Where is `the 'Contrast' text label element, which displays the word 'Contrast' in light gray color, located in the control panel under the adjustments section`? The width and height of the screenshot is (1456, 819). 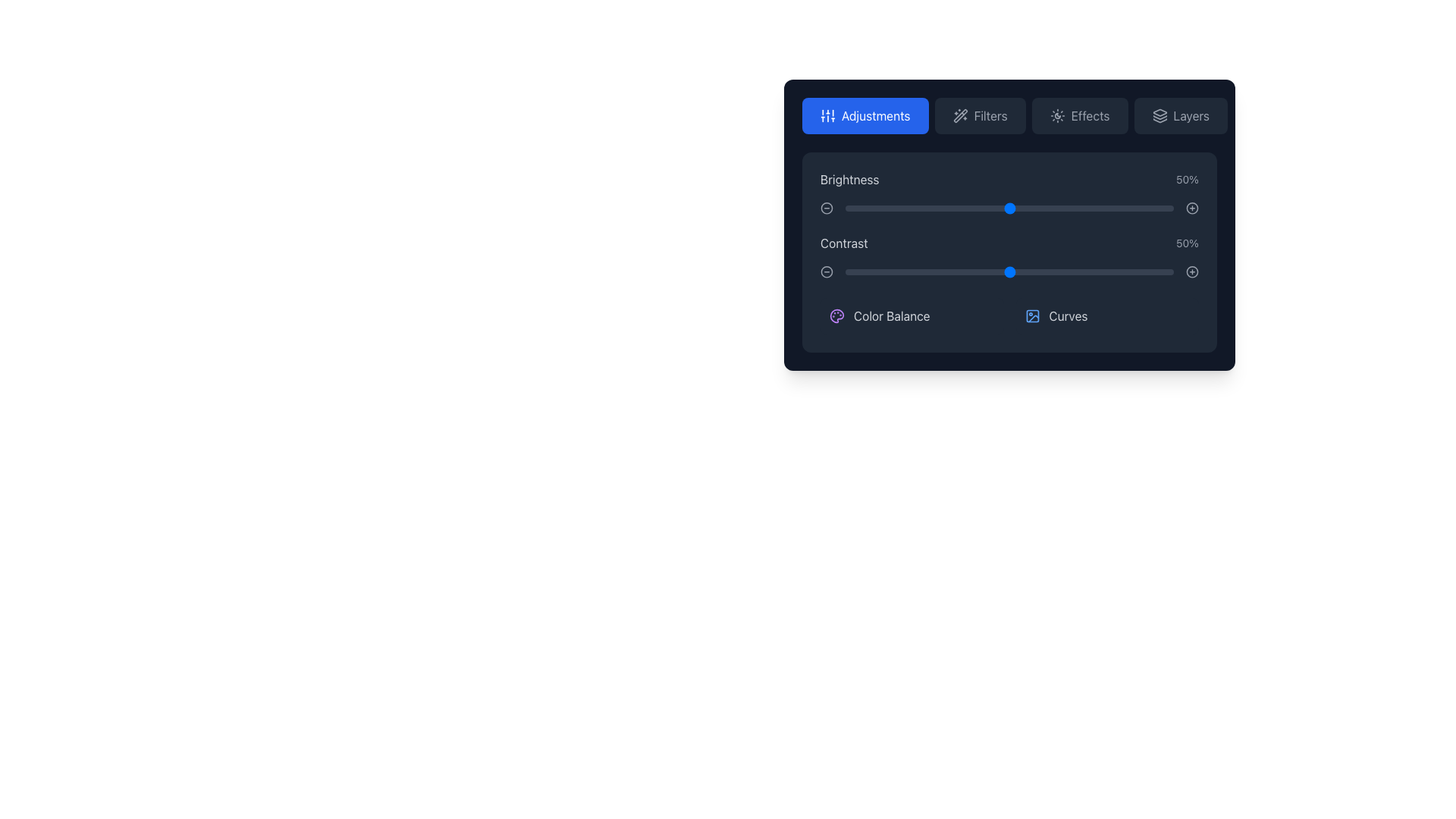
the 'Contrast' text label element, which displays the word 'Contrast' in light gray color, located in the control panel under the adjustments section is located at coordinates (843, 242).